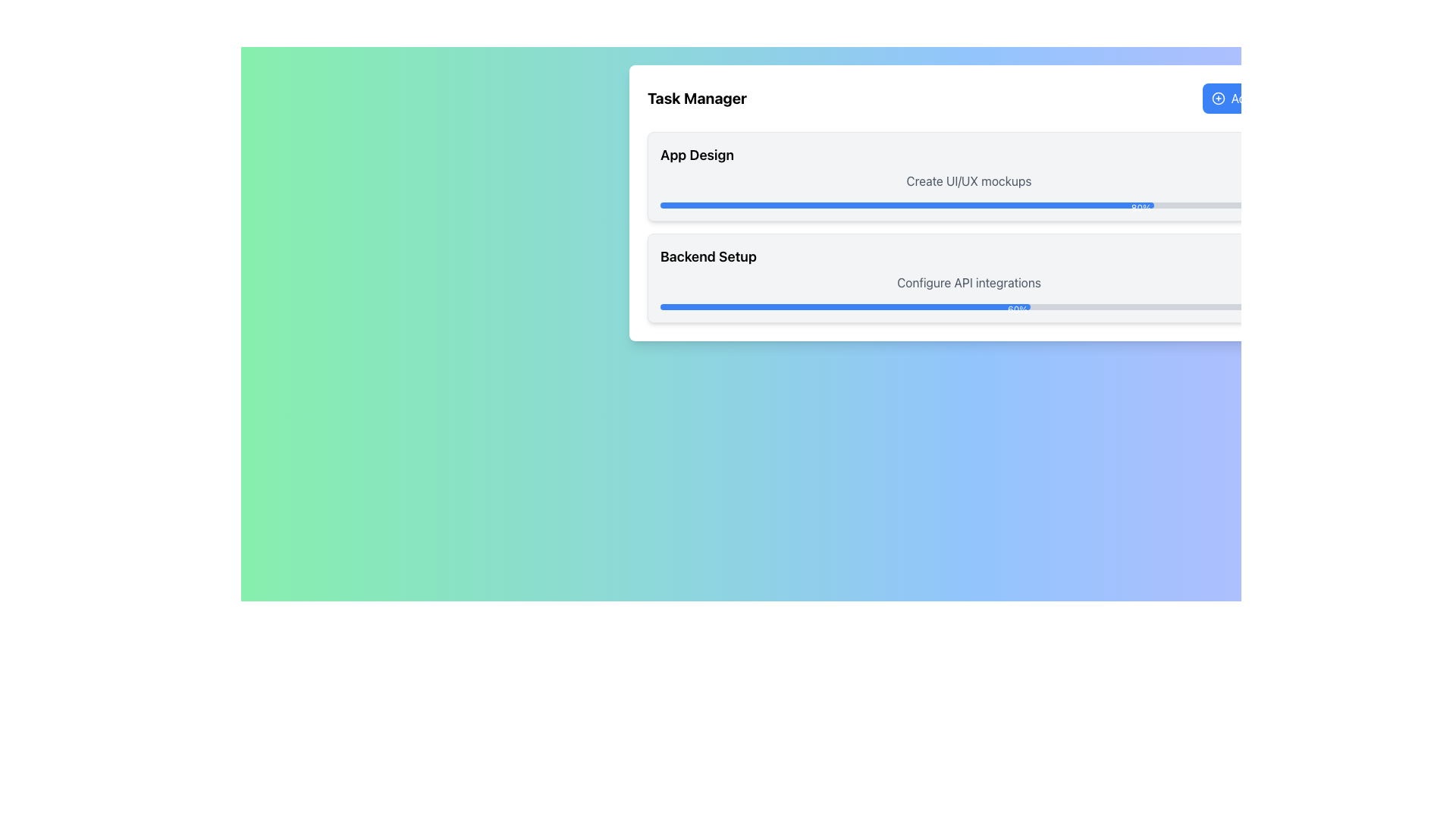  What do you see at coordinates (968, 307) in the screenshot?
I see `completion percentage value '60%' from the progress bar located in the lower section of the 'Backend Setup' card, beneath the text 'Configure API integrations'` at bounding box center [968, 307].